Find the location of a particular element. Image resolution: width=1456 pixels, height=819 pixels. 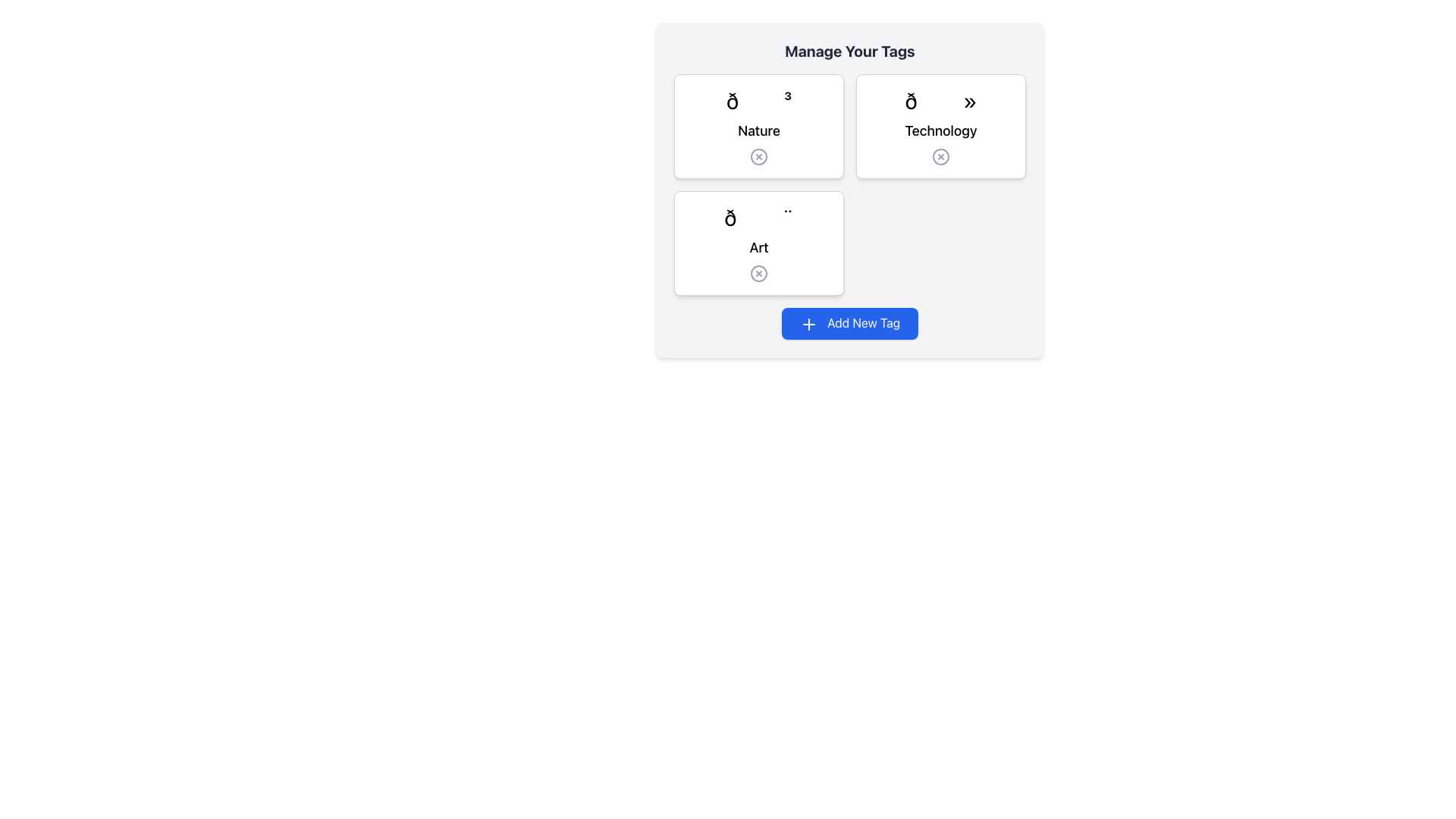

the outlined circle graphic element within the 'Technology' tag in the SVG interface is located at coordinates (940, 157).